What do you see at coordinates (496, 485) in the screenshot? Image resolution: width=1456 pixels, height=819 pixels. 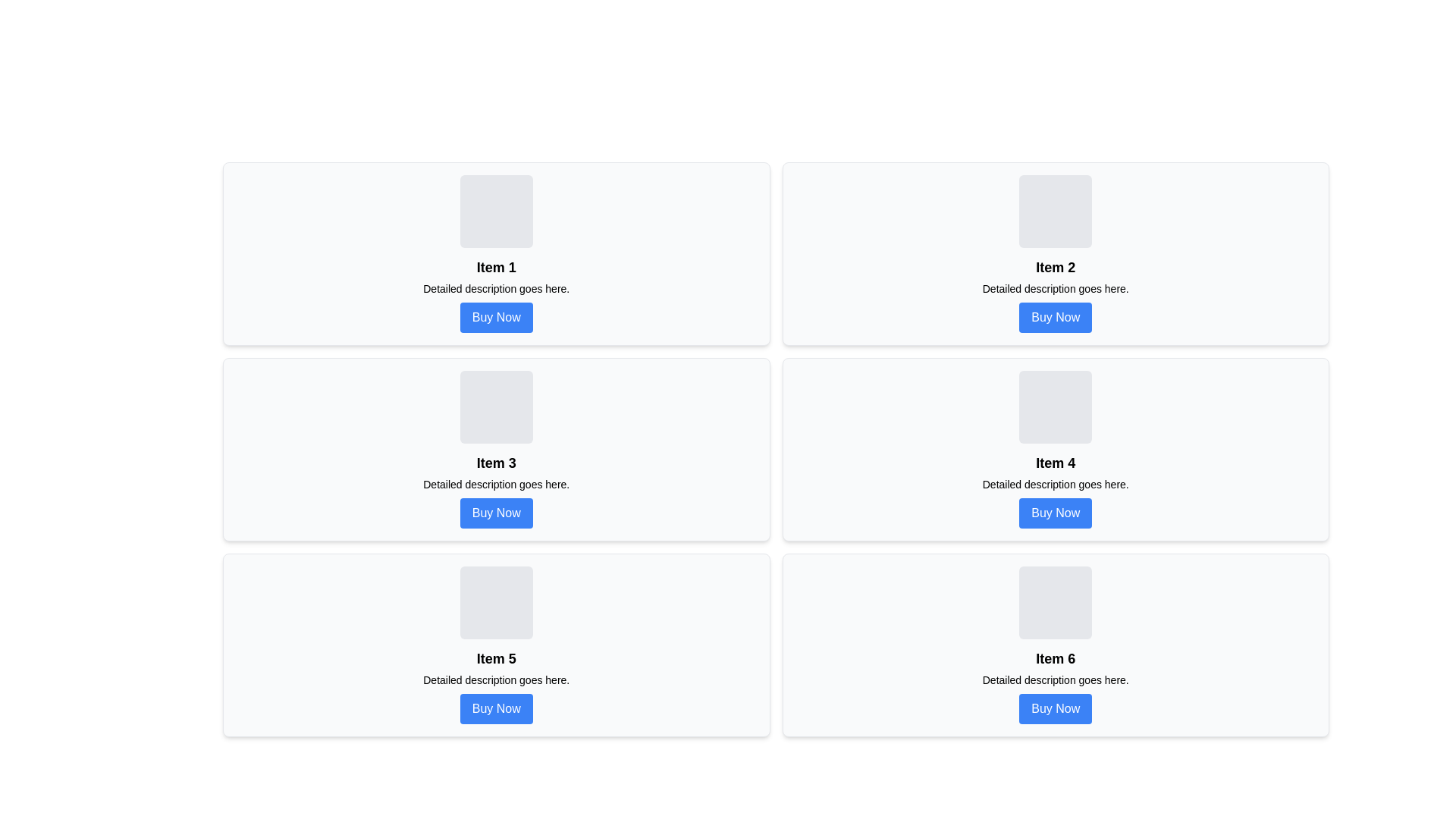 I see `static text located directly below the title 'Item 3' in the card for 'Item 3', which provides additional details about the item` at bounding box center [496, 485].